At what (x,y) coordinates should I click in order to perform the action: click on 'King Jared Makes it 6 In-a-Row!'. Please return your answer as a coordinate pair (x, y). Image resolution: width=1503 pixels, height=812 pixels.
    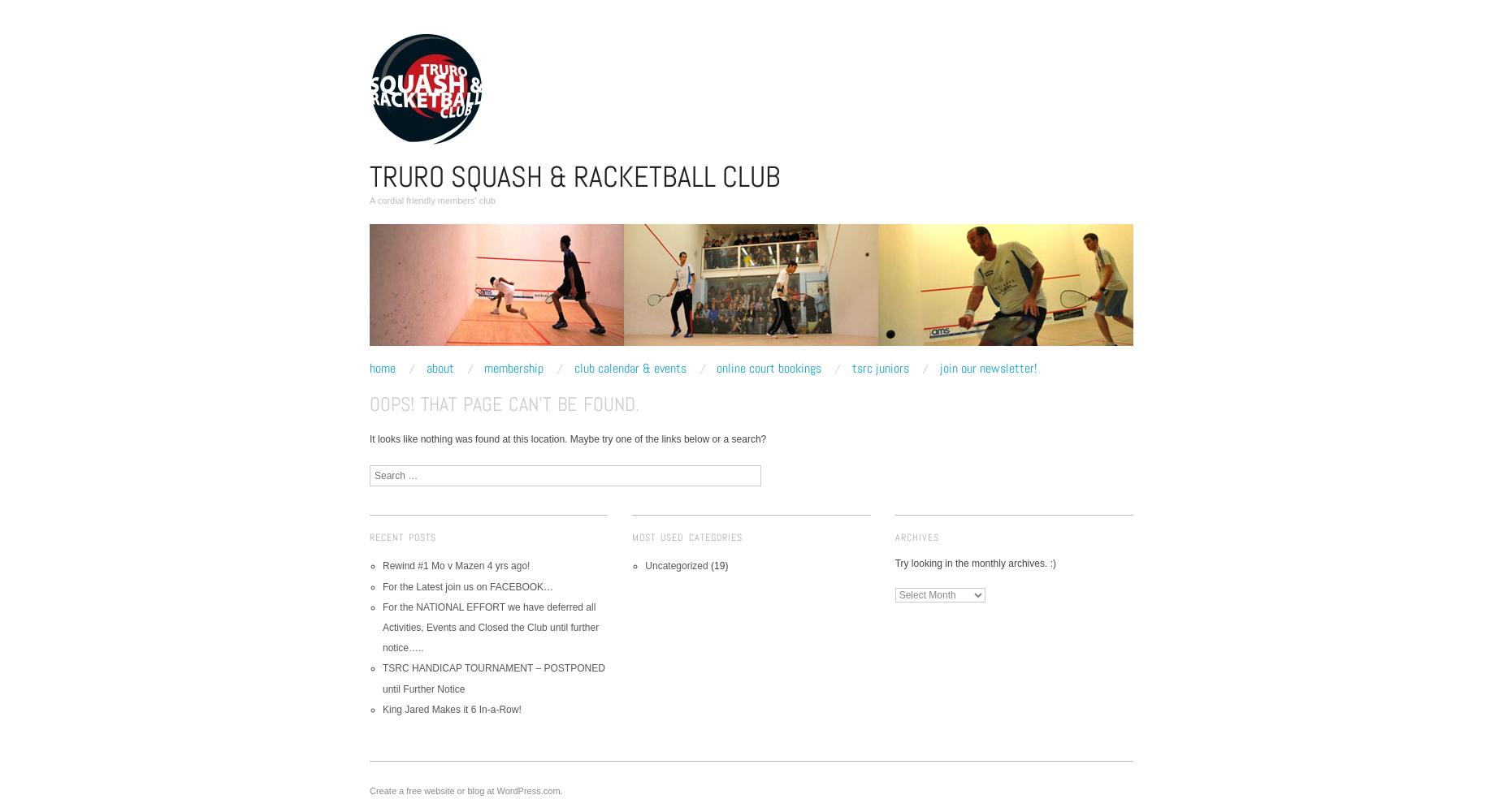
    Looking at the image, I should click on (451, 708).